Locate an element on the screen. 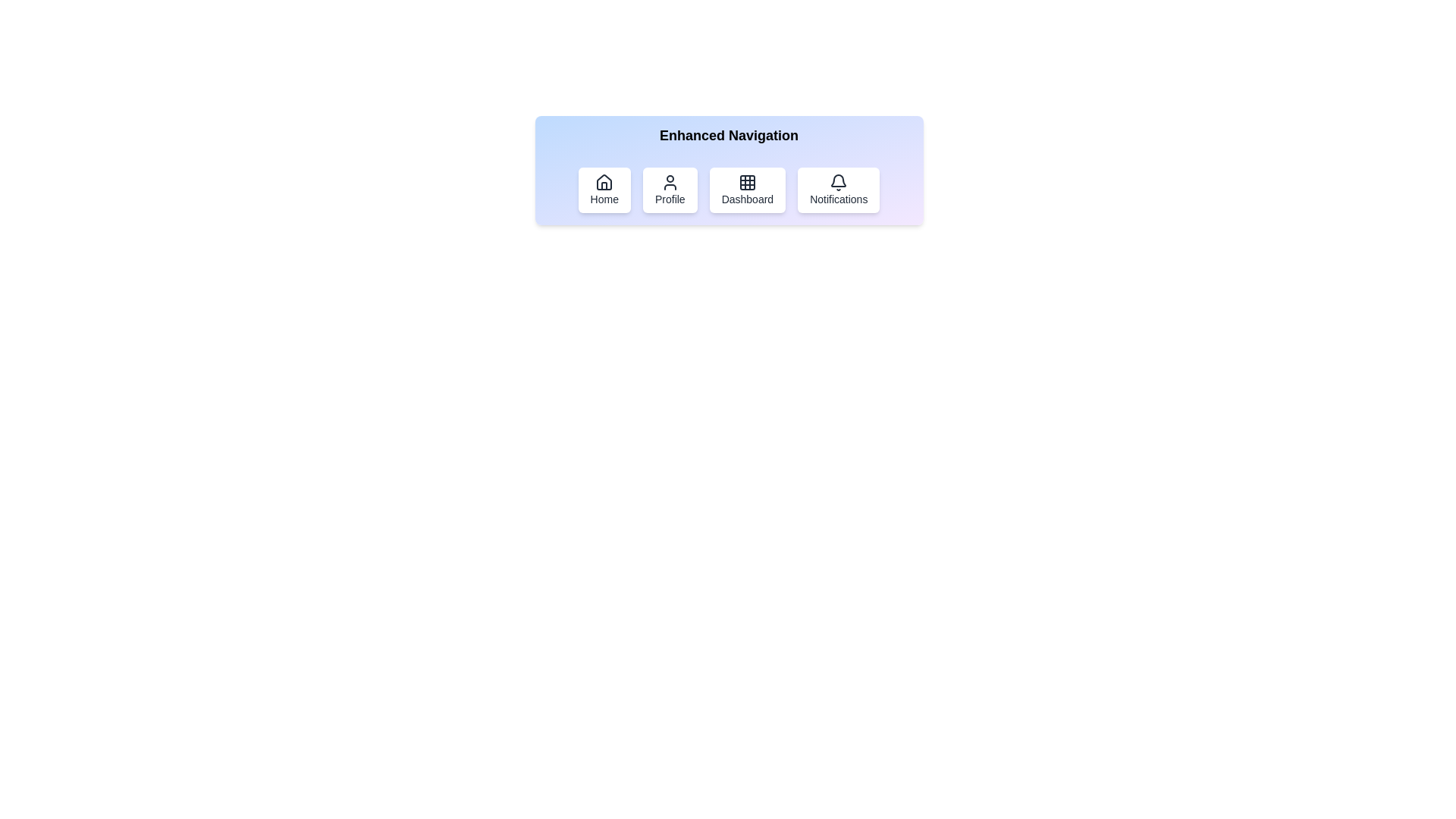  the text label indicating the notifications section, which is located below the bell icon in the navigation bar is located at coordinates (838, 198).